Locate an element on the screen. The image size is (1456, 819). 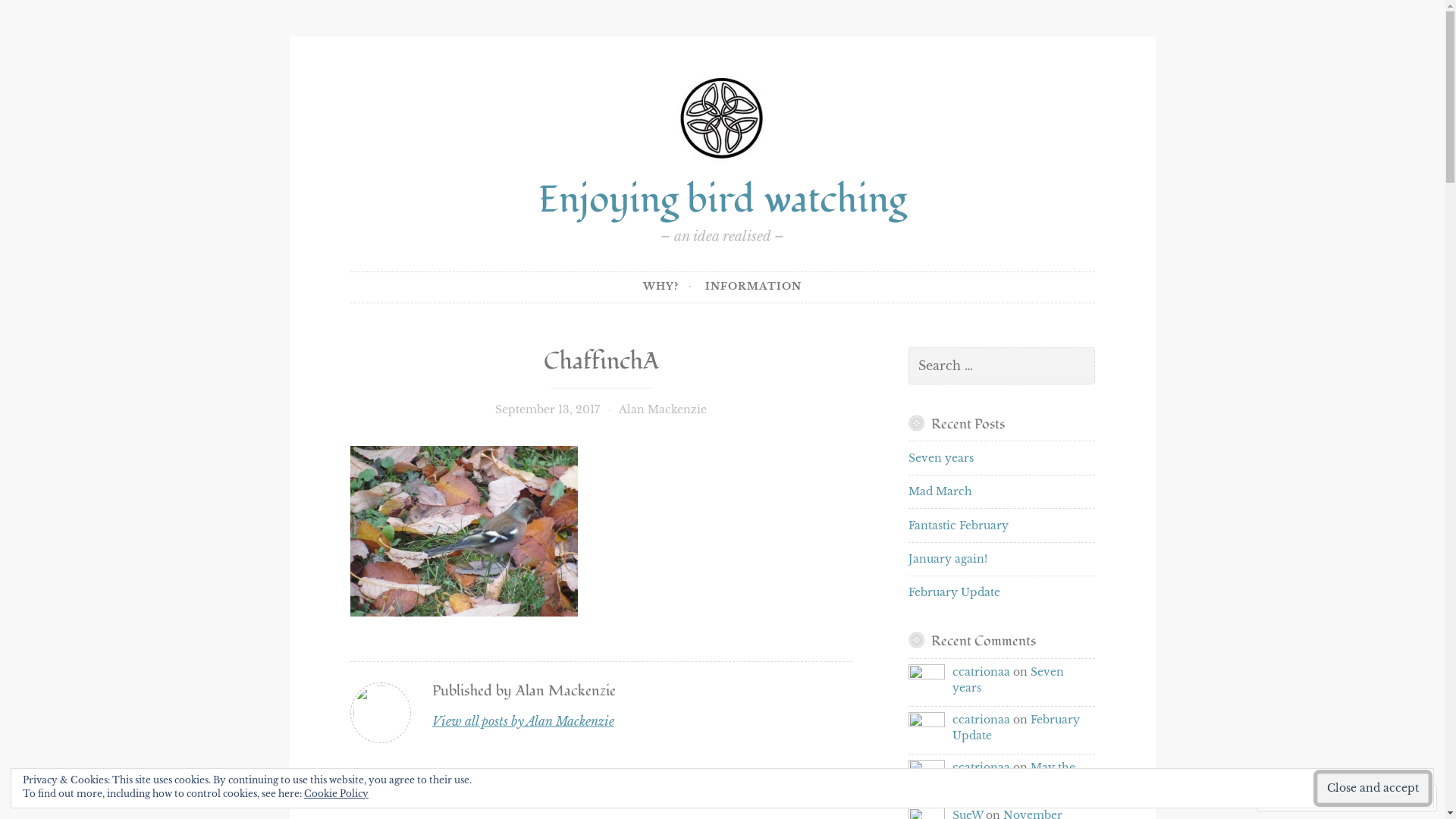
'Follow' is located at coordinates (1374, 797).